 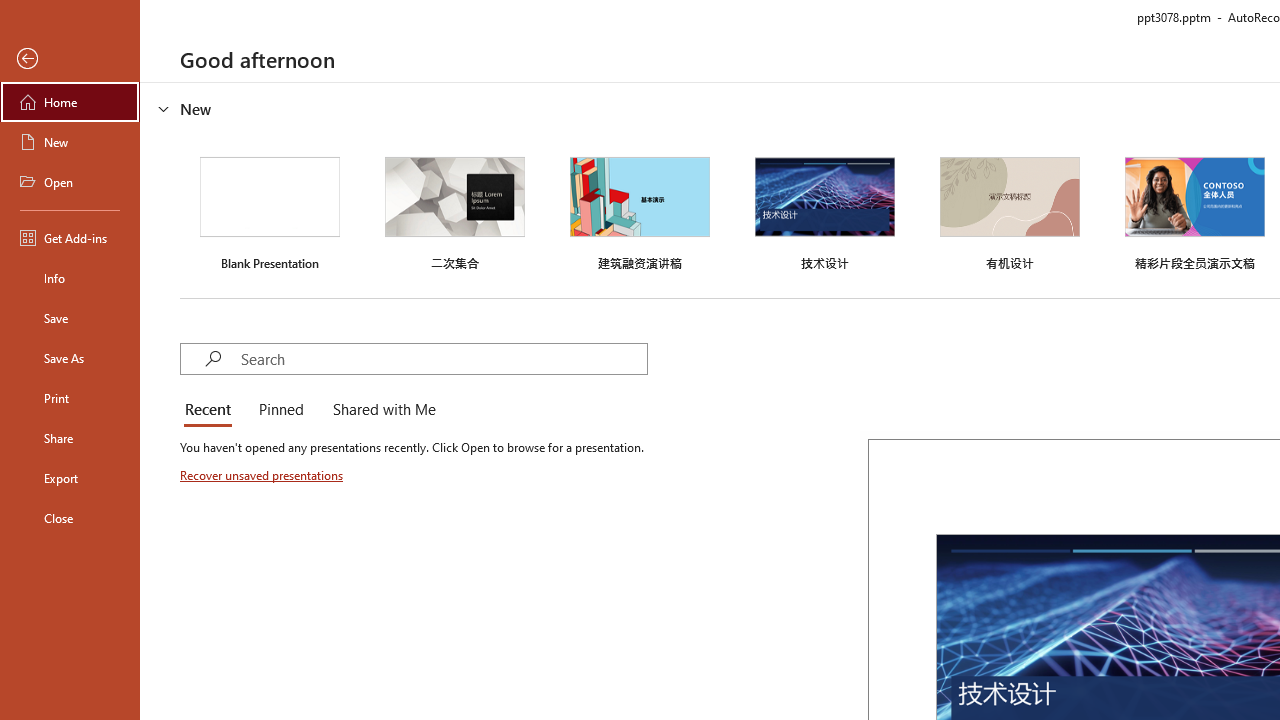 I want to click on 'Hide or show region', so click(x=164, y=109).